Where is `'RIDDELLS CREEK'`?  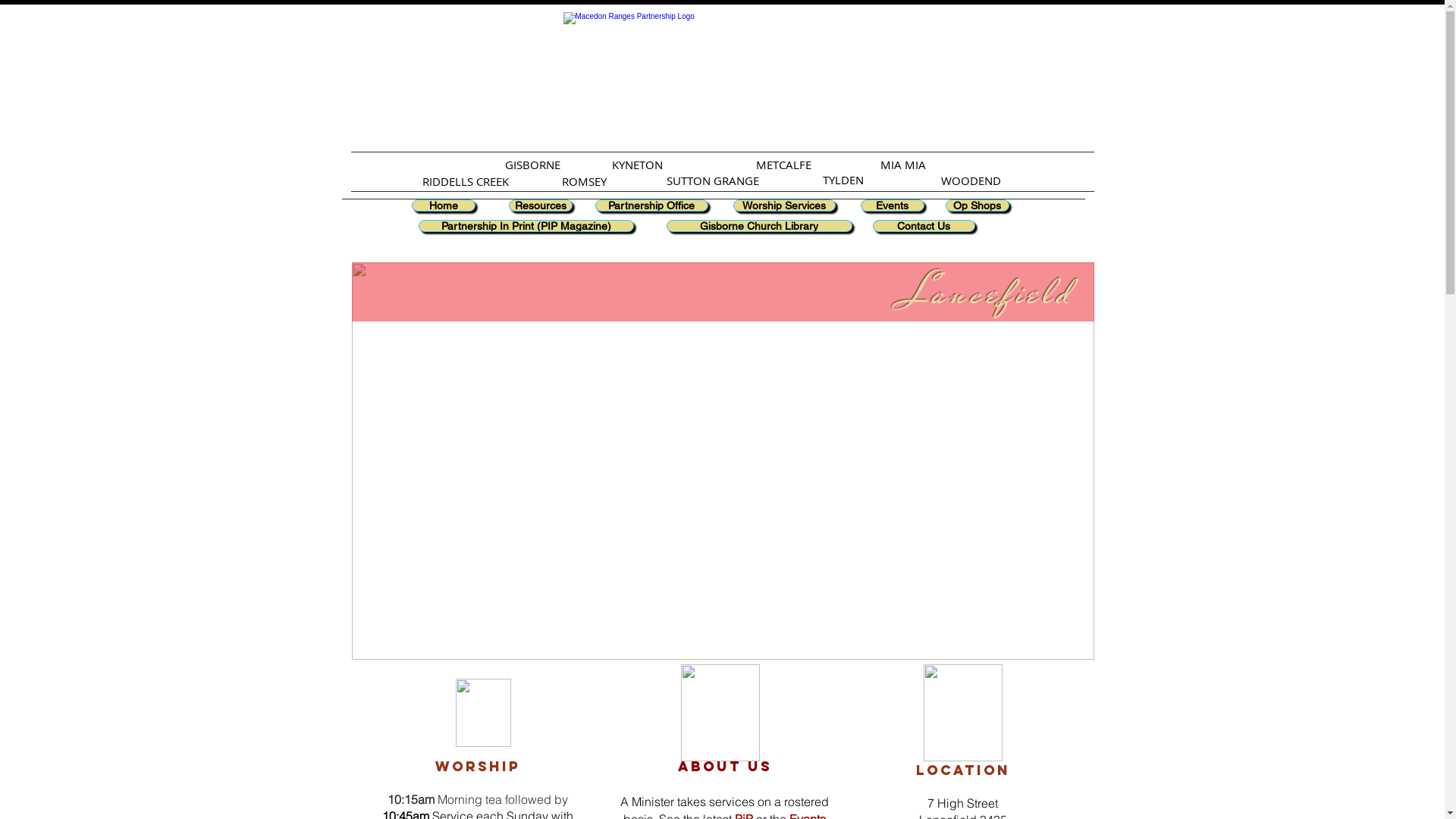
'RIDDELLS CREEK' is located at coordinates (422, 180).